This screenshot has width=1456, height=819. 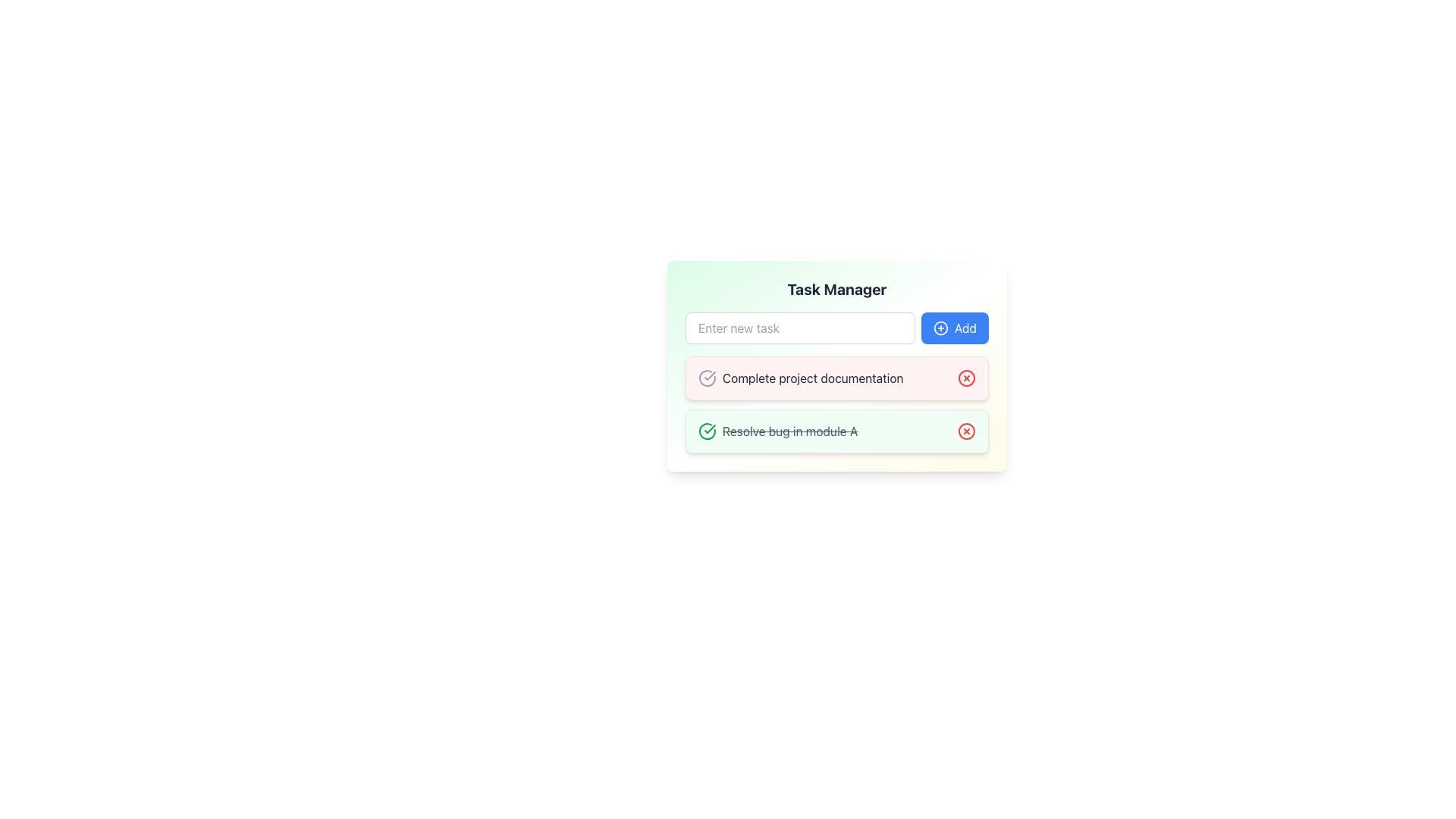 What do you see at coordinates (940, 327) in the screenshot?
I see `the 'Add' icon located centrally within the blue 'Add' button on the top row of the task manager interface` at bounding box center [940, 327].